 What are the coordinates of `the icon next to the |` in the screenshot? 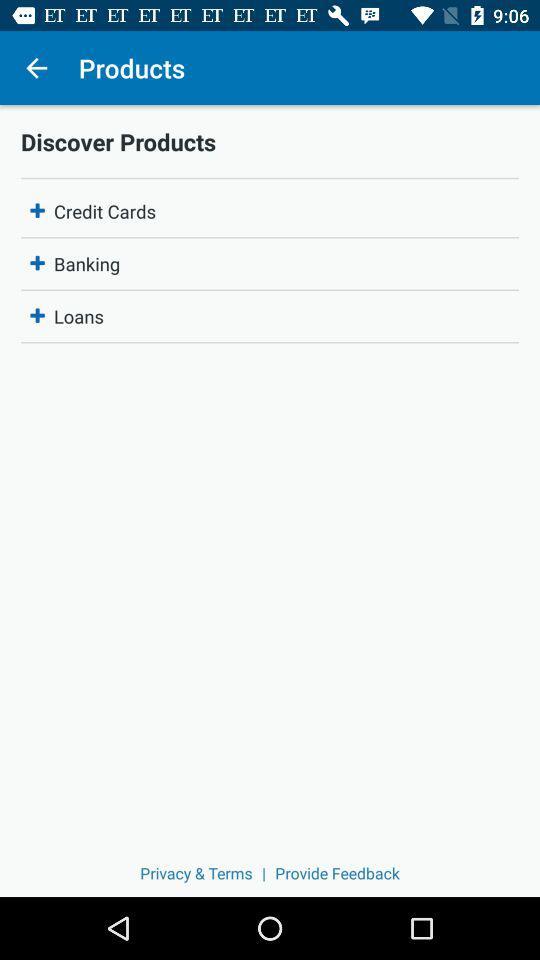 It's located at (337, 872).